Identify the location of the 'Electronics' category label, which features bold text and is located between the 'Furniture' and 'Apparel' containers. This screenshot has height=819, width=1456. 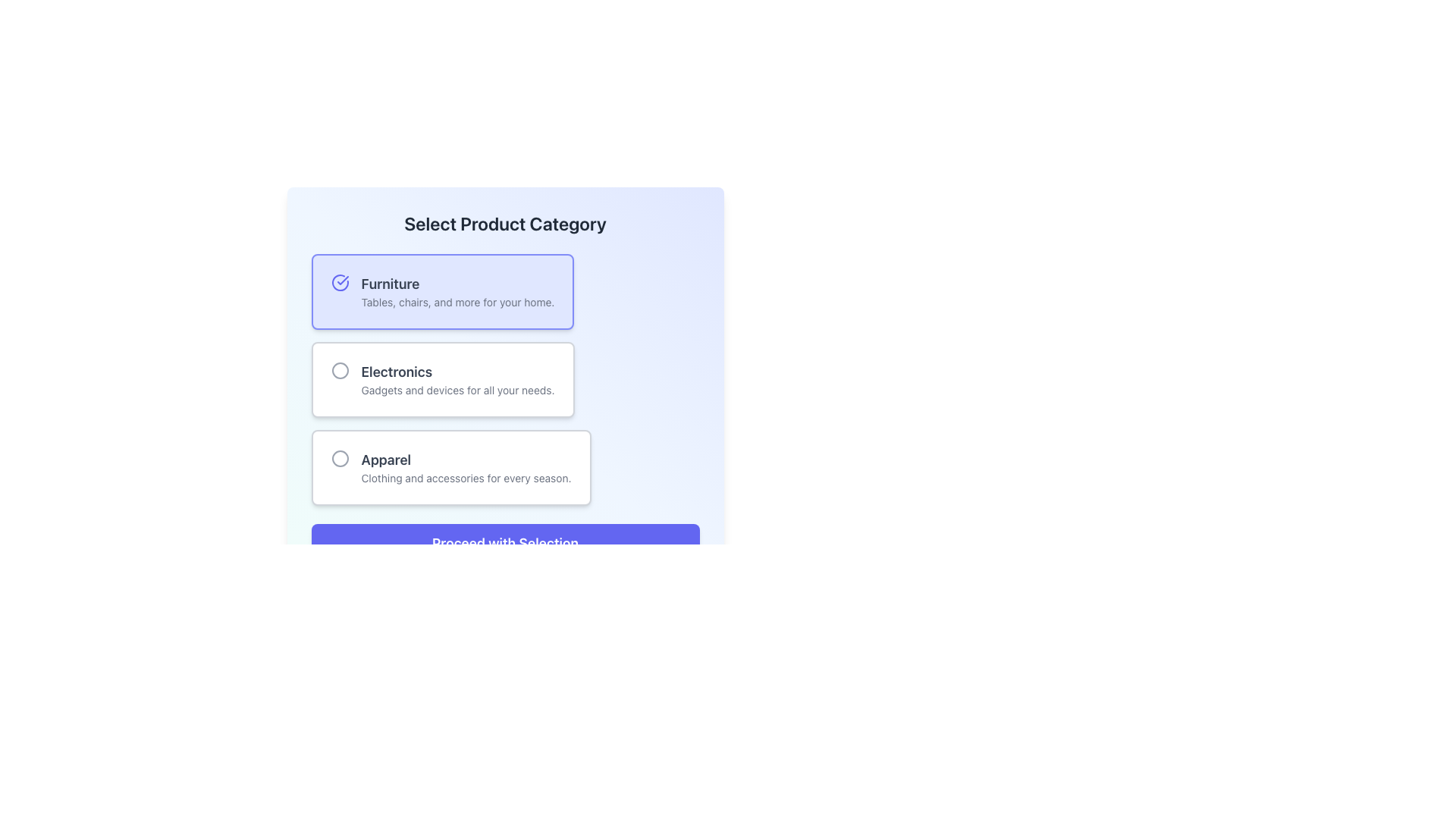
(457, 379).